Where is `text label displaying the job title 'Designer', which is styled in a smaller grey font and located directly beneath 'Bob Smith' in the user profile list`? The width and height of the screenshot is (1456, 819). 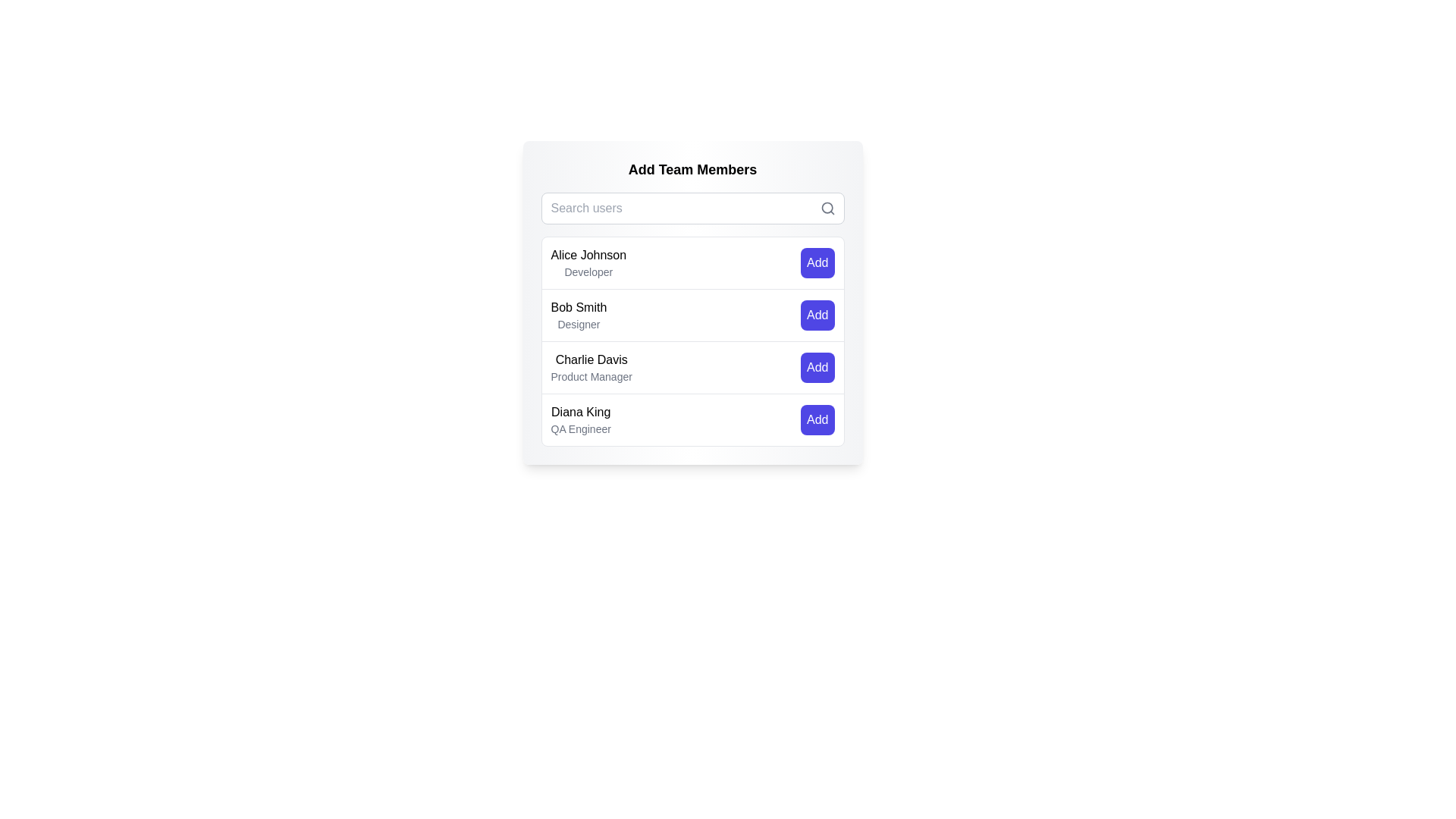
text label displaying the job title 'Designer', which is styled in a smaller grey font and located directly beneath 'Bob Smith' in the user profile list is located at coordinates (578, 324).